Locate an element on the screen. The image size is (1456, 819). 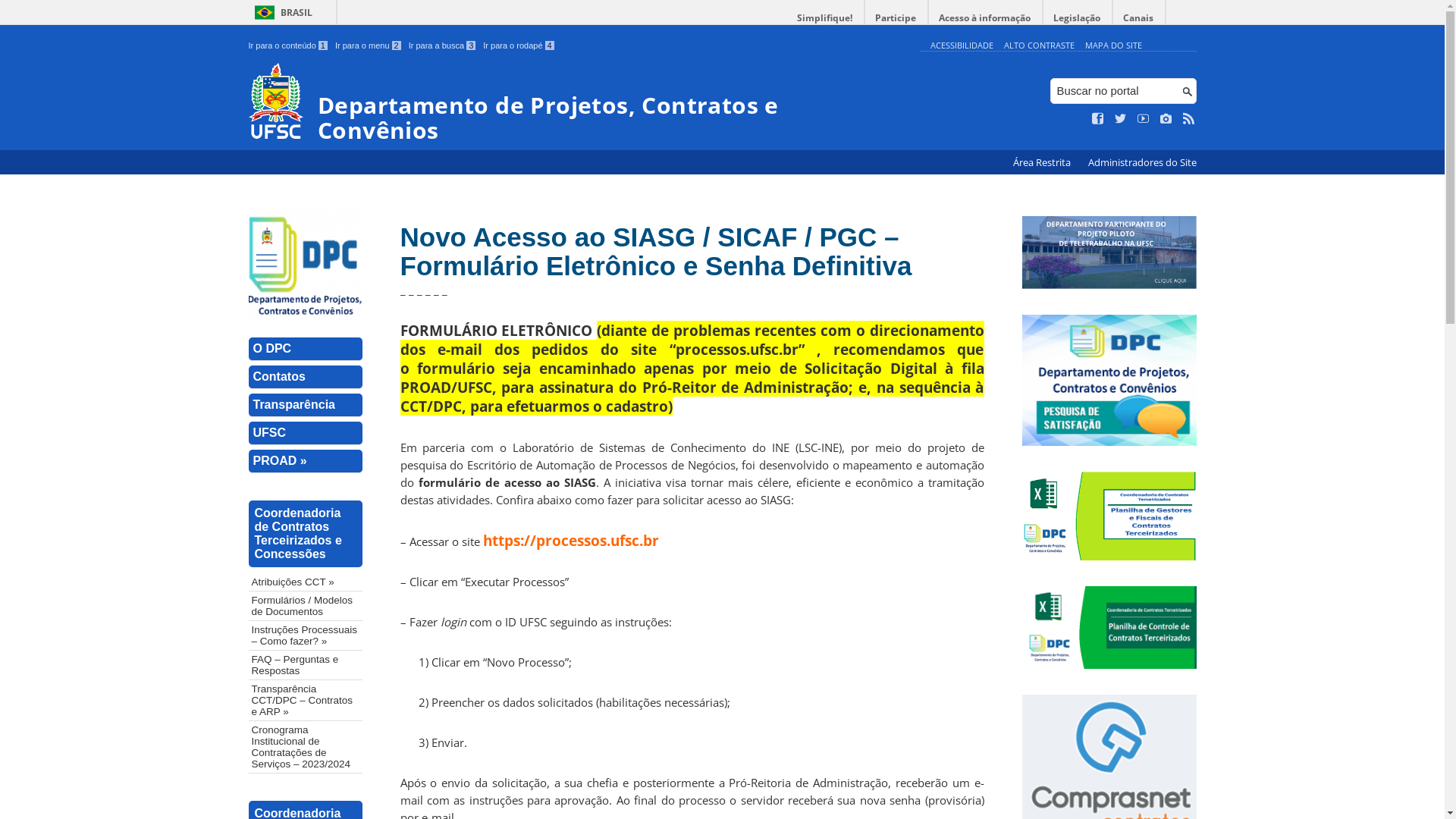
'BRASIL' is located at coordinates (281, 12).